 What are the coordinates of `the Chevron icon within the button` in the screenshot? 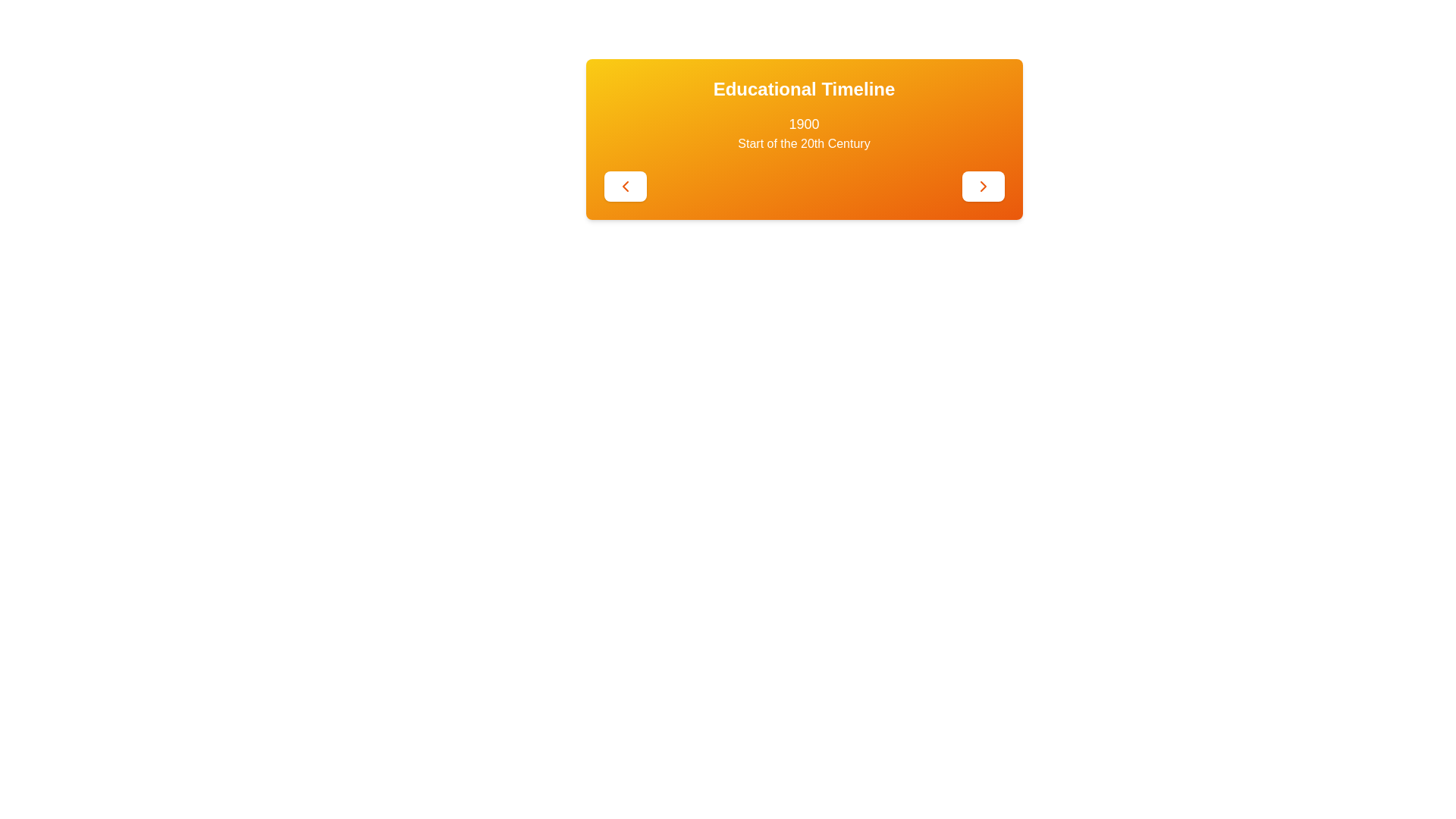 It's located at (625, 186).